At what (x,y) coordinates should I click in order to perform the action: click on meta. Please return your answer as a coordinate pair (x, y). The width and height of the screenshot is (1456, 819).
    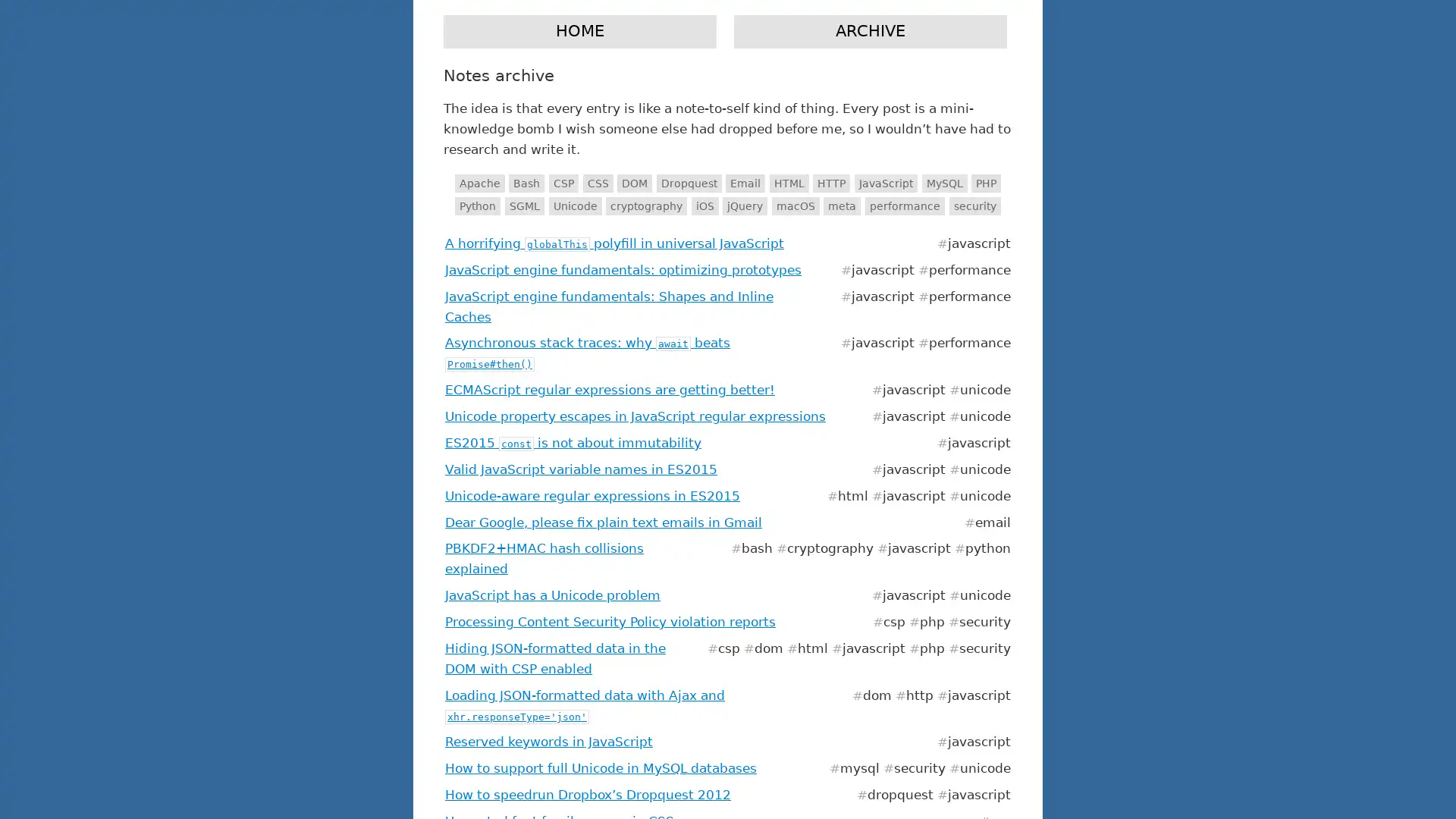
    Looking at the image, I should click on (841, 206).